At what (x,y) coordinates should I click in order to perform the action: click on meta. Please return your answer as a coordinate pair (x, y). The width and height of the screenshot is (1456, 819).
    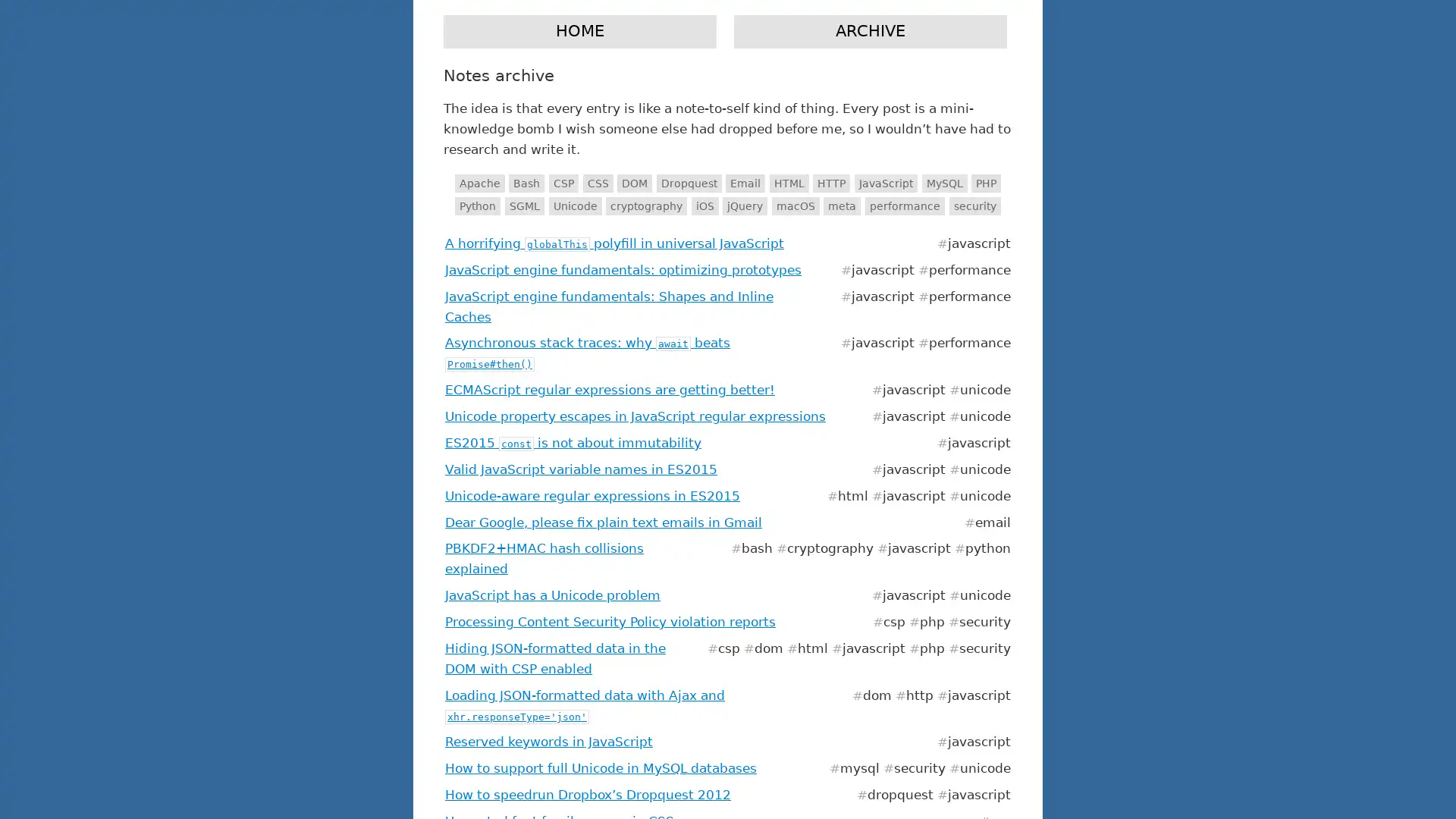
    Looking at the image, I should click on (841, 206).